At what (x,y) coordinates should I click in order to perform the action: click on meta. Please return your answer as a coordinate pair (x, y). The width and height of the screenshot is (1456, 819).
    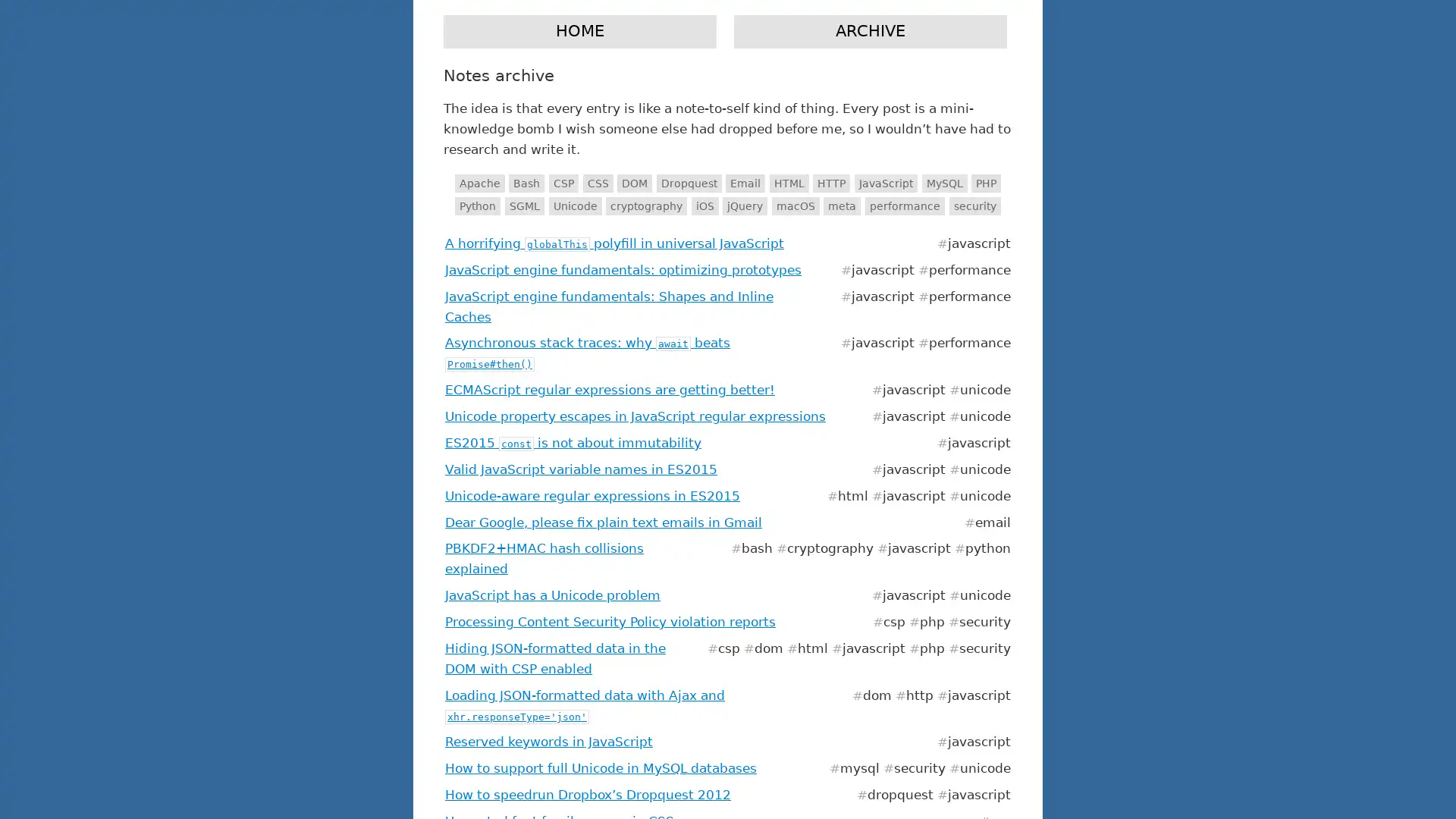
    Looking at the image, I should click on (841, 206).